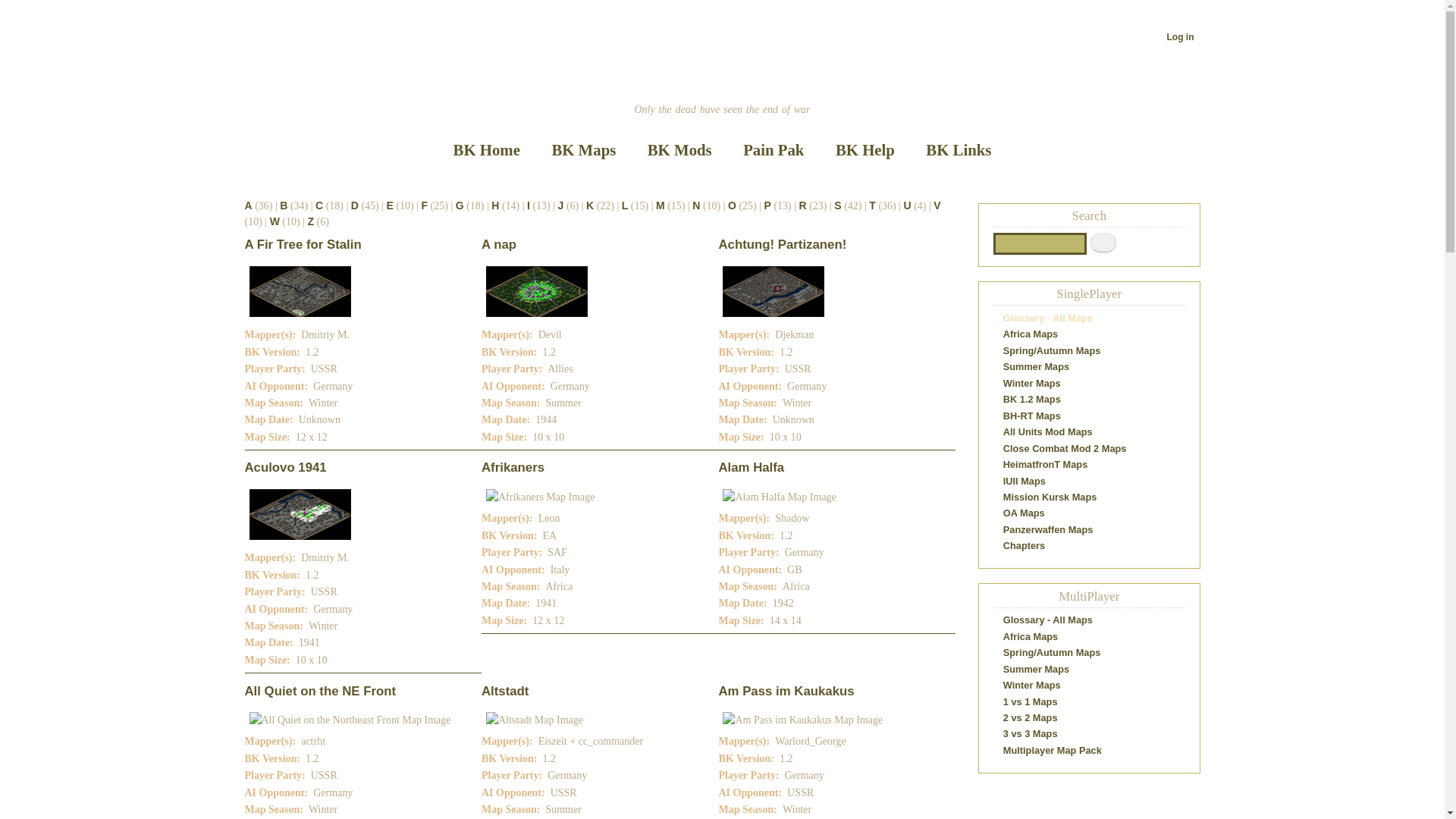 This screenshot has width=1456, height=819. Describe the element at coordinates (425, 205) in the screenshot. I see `'F'` at that location.